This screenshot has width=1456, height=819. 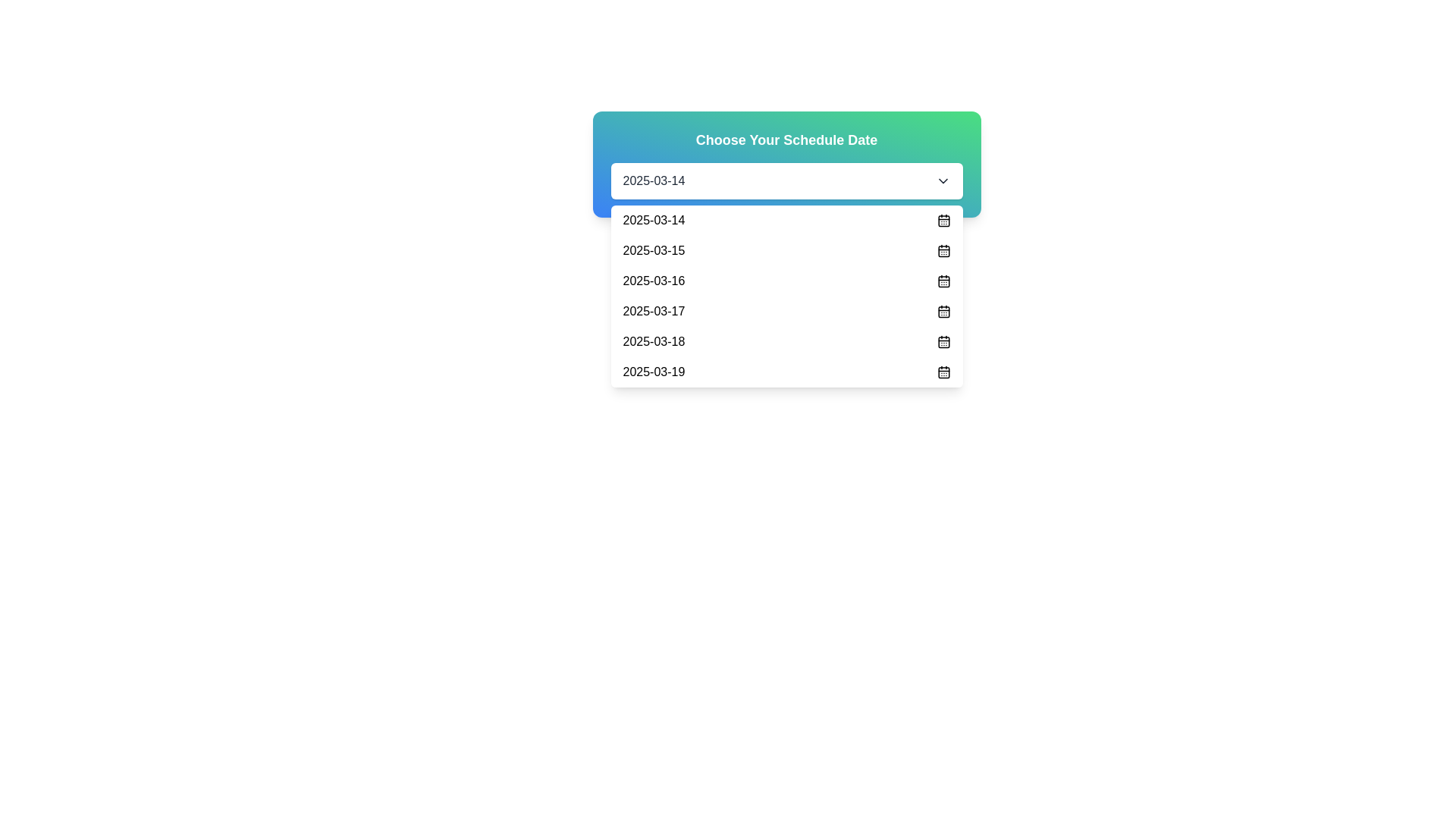 What do you see at coordinates (943, 372) in the screenshot?
I see `the small calendar icon with rounded corners, positioned to the right of the date '2025-03-19' in the dropdown menu` at bounding box center [943, 372].